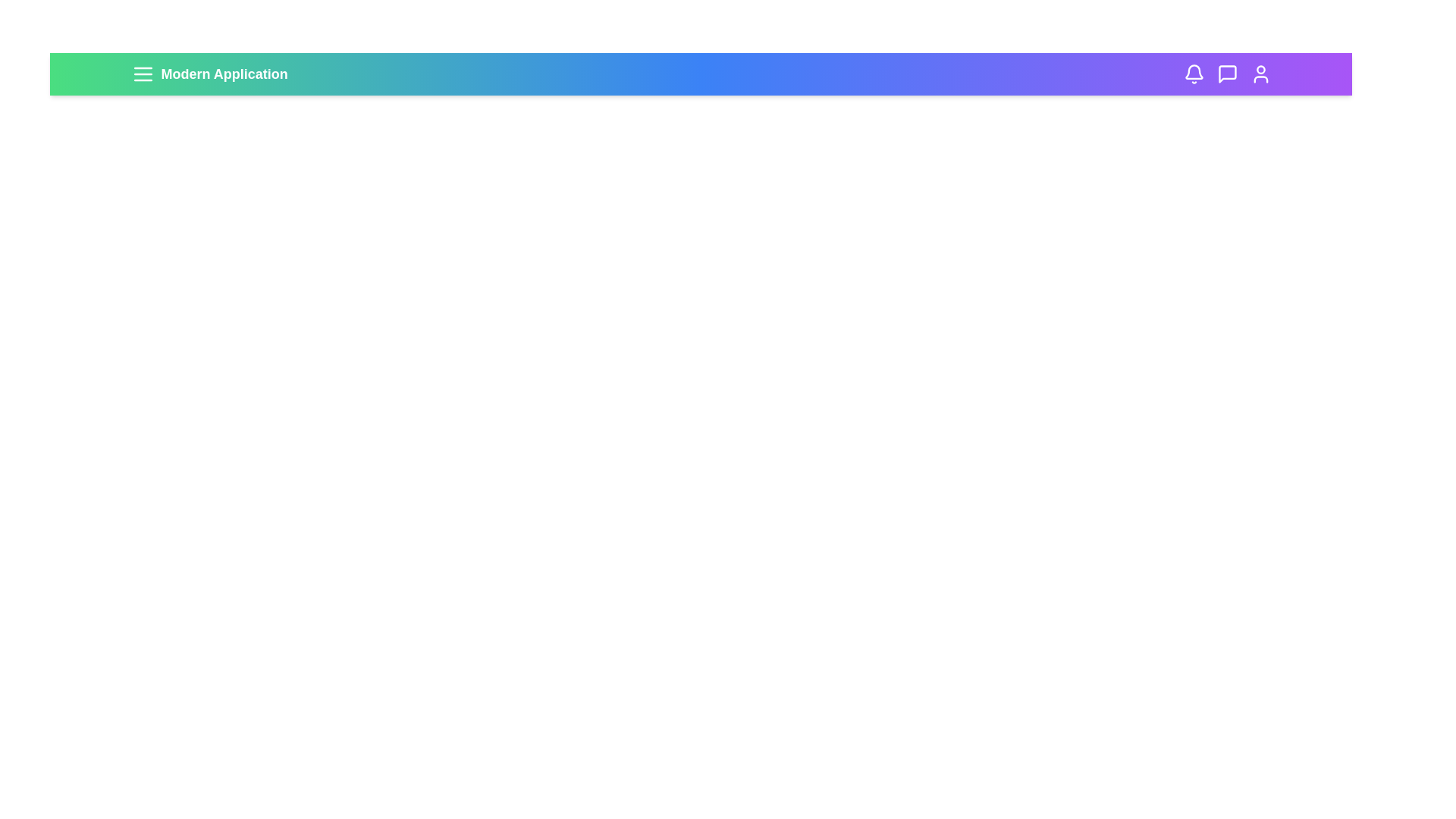  Describe the element at coordinates (1193, 74) in the screenshot. I see `the notification icon in the app bar` at that location.